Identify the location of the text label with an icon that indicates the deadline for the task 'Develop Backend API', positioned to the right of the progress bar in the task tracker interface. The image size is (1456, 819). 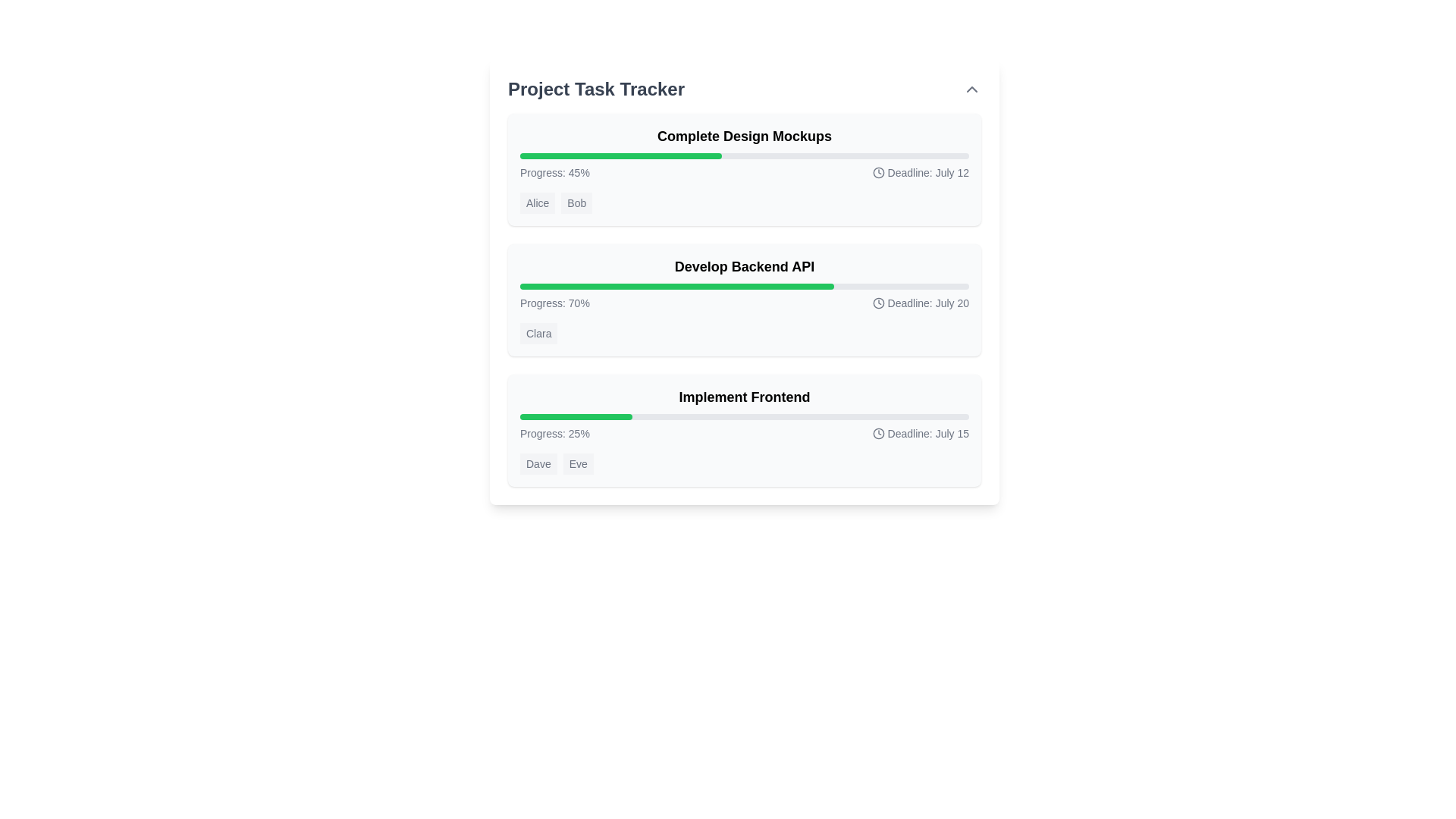
(920, 303).